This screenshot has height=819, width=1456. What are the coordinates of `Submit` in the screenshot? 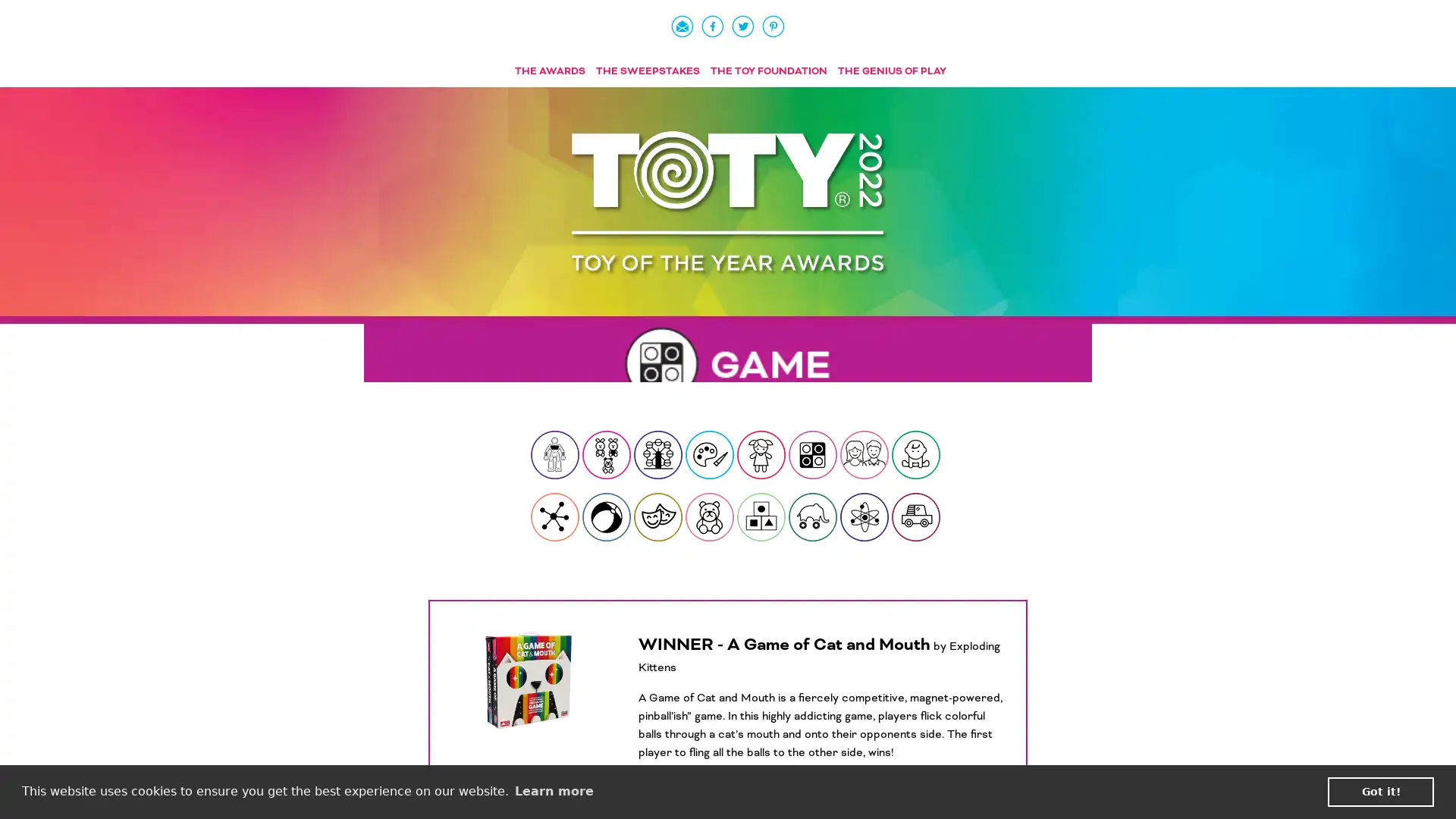 It's located at (554, 454).